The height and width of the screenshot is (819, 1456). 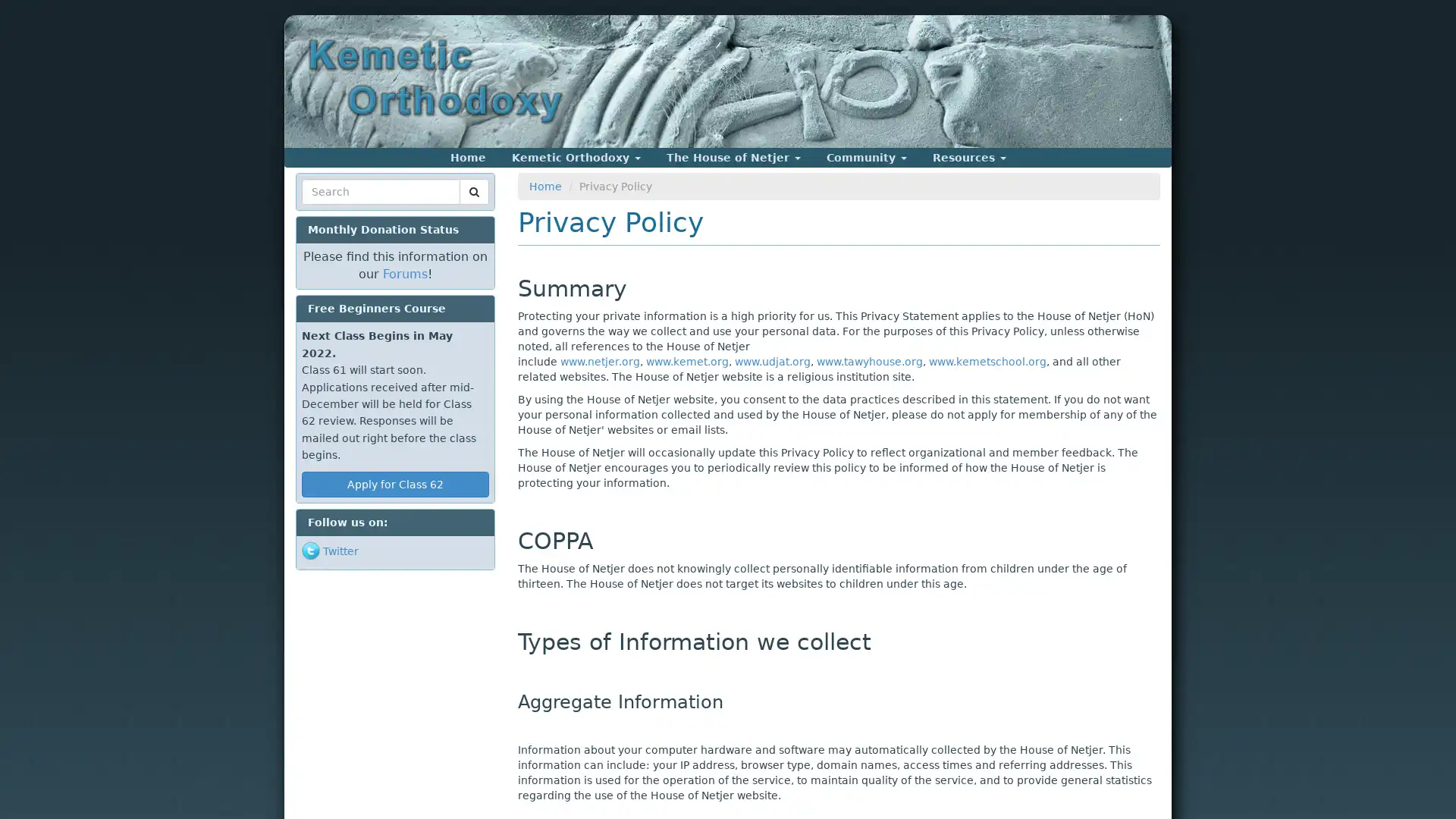 I want to click on Search, so click(x=330, y=210).